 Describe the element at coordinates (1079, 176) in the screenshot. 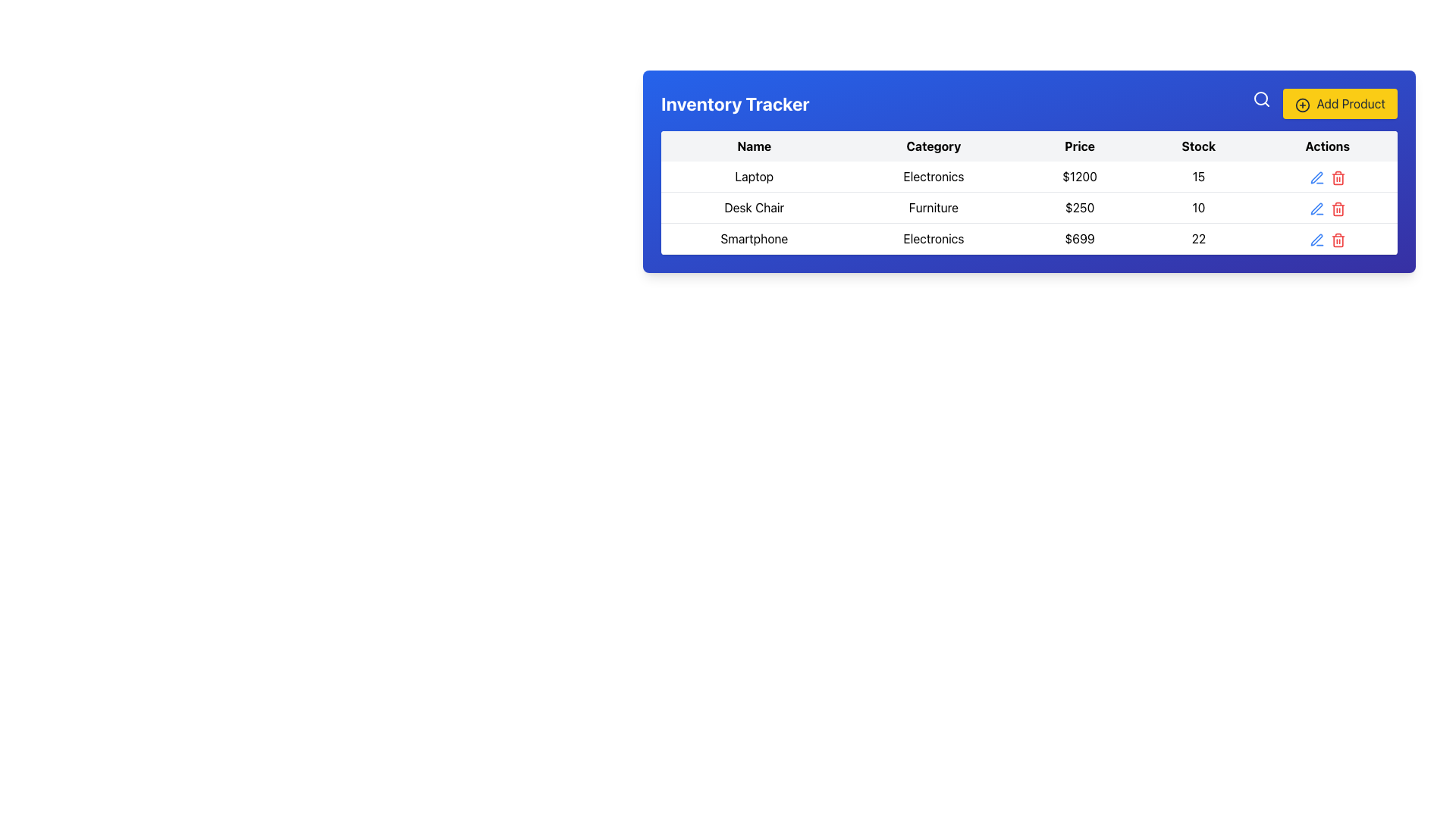

I see `the price text label for the 'Laptop' product in the inventory table, which is the third item in the row under the 'Price' column` at that location.